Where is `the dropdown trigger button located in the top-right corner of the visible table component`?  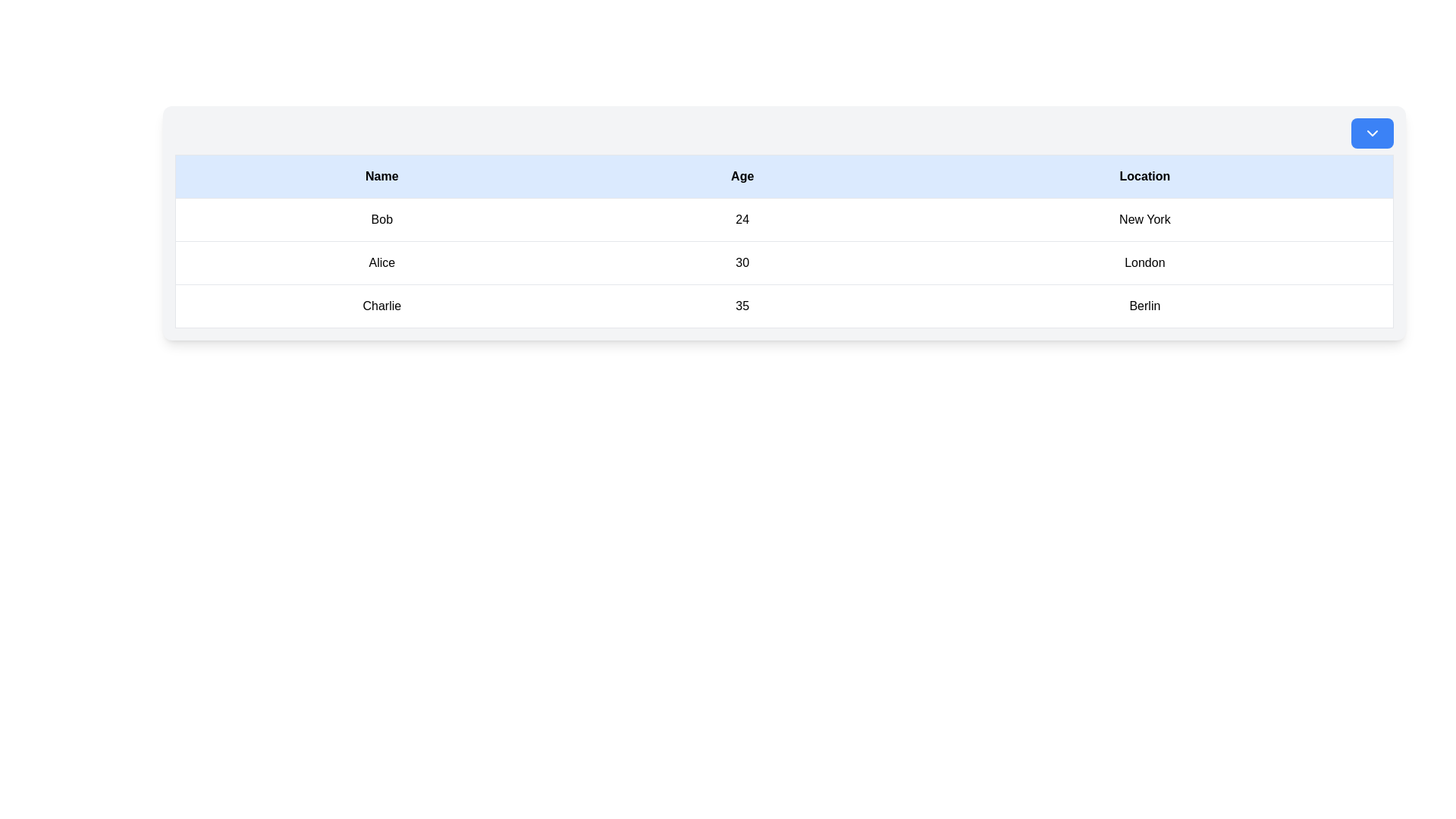 the dropdown trigger button located in the top-right corner of the visible table component is located at coordinates (1372, 133).